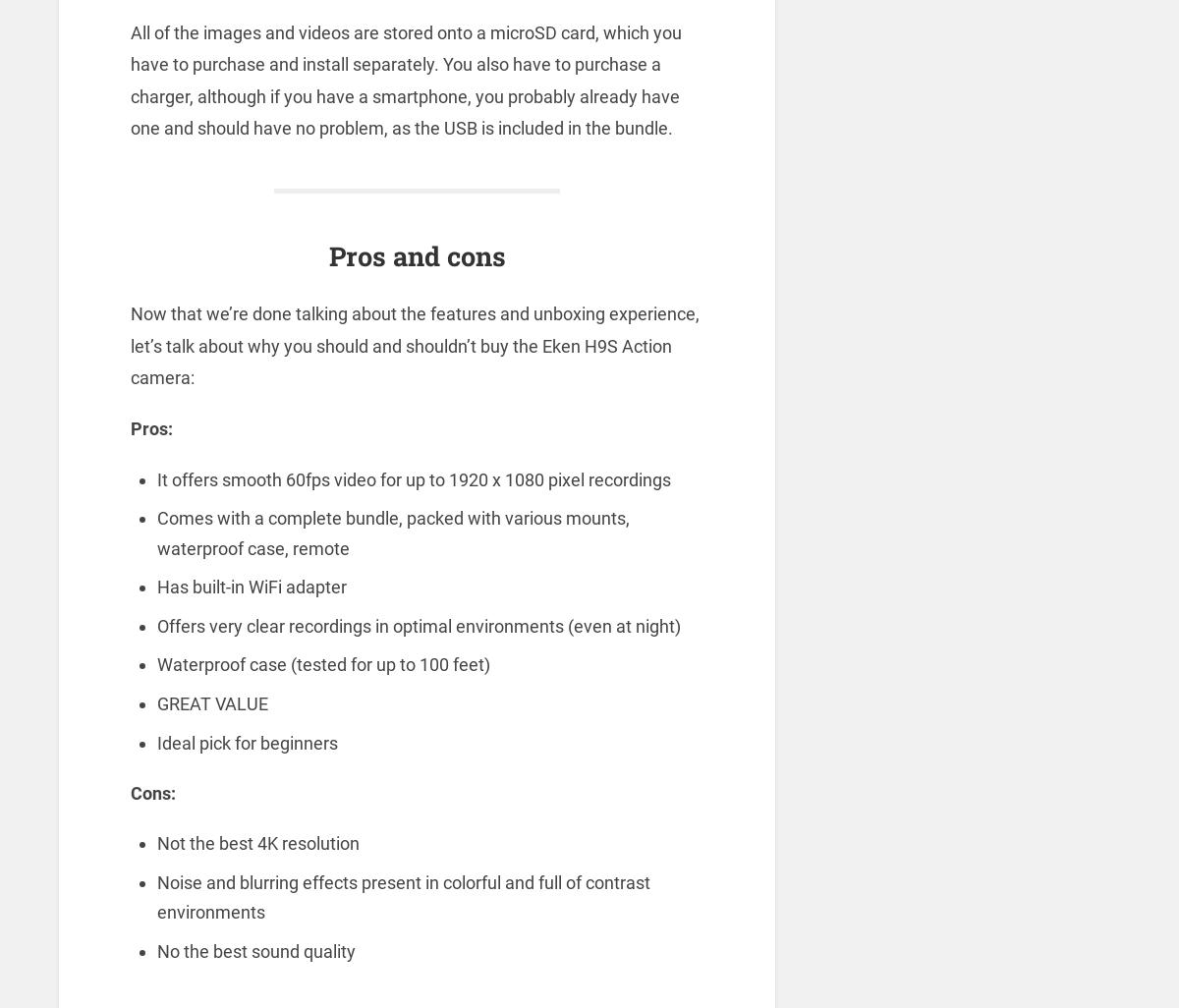 This screenshot has width=1179, height=1008. Describe the element at coordinates (246, 742) in the screenshot. I see `'Ideal pick for beginners'` at that location.